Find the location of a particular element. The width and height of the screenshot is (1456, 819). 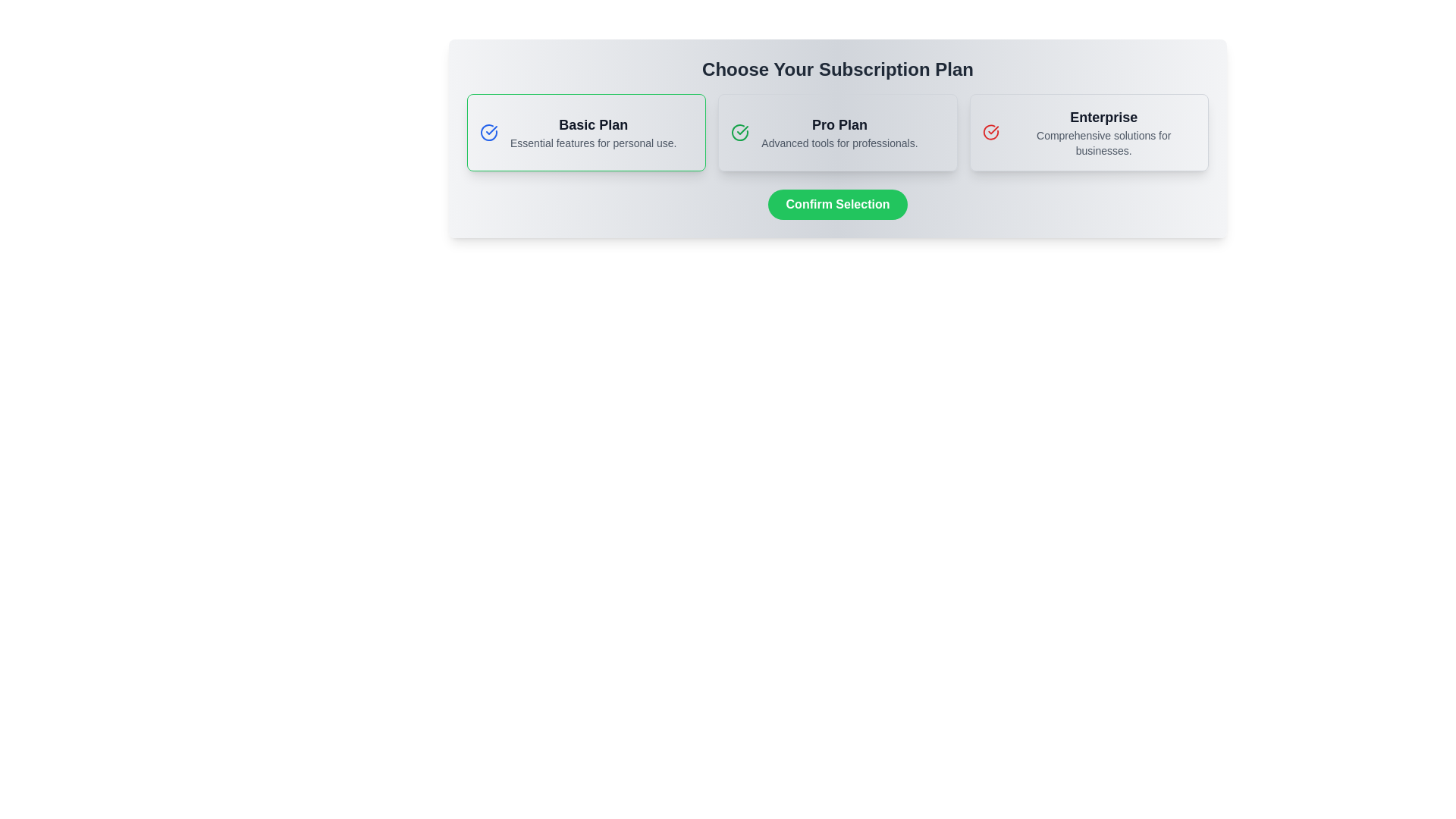

static descriptive text that provides details about the features associated with the 'Basic Plan' subscription option, located immediately below its title text in the 'Basic Plan' section is located at coordinates (592, 143).